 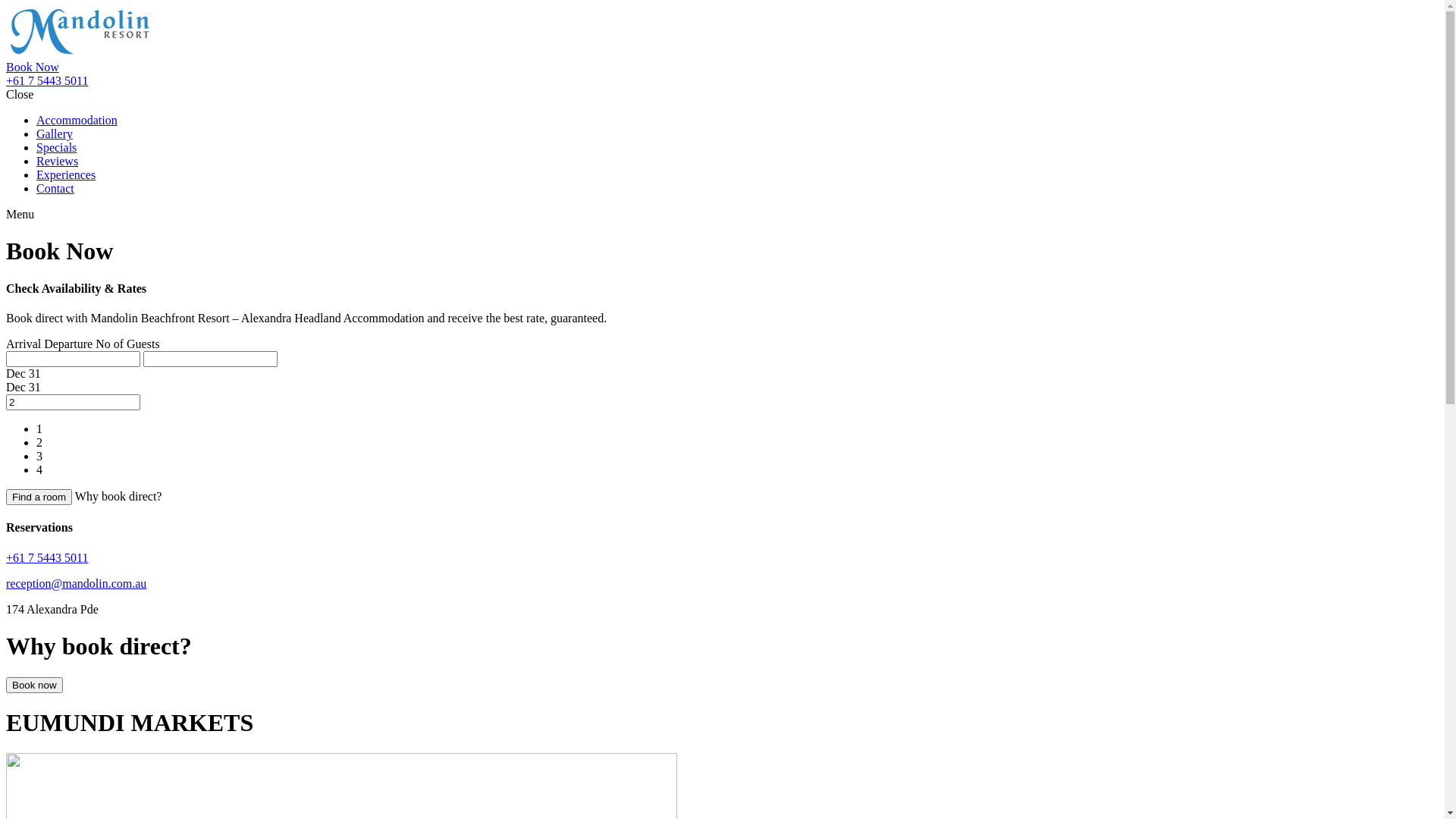 What do you see at coordinates (47, 557) in the screenshot?
I see `'+61 7 5443 5011'` at bounding box center [47, 557].